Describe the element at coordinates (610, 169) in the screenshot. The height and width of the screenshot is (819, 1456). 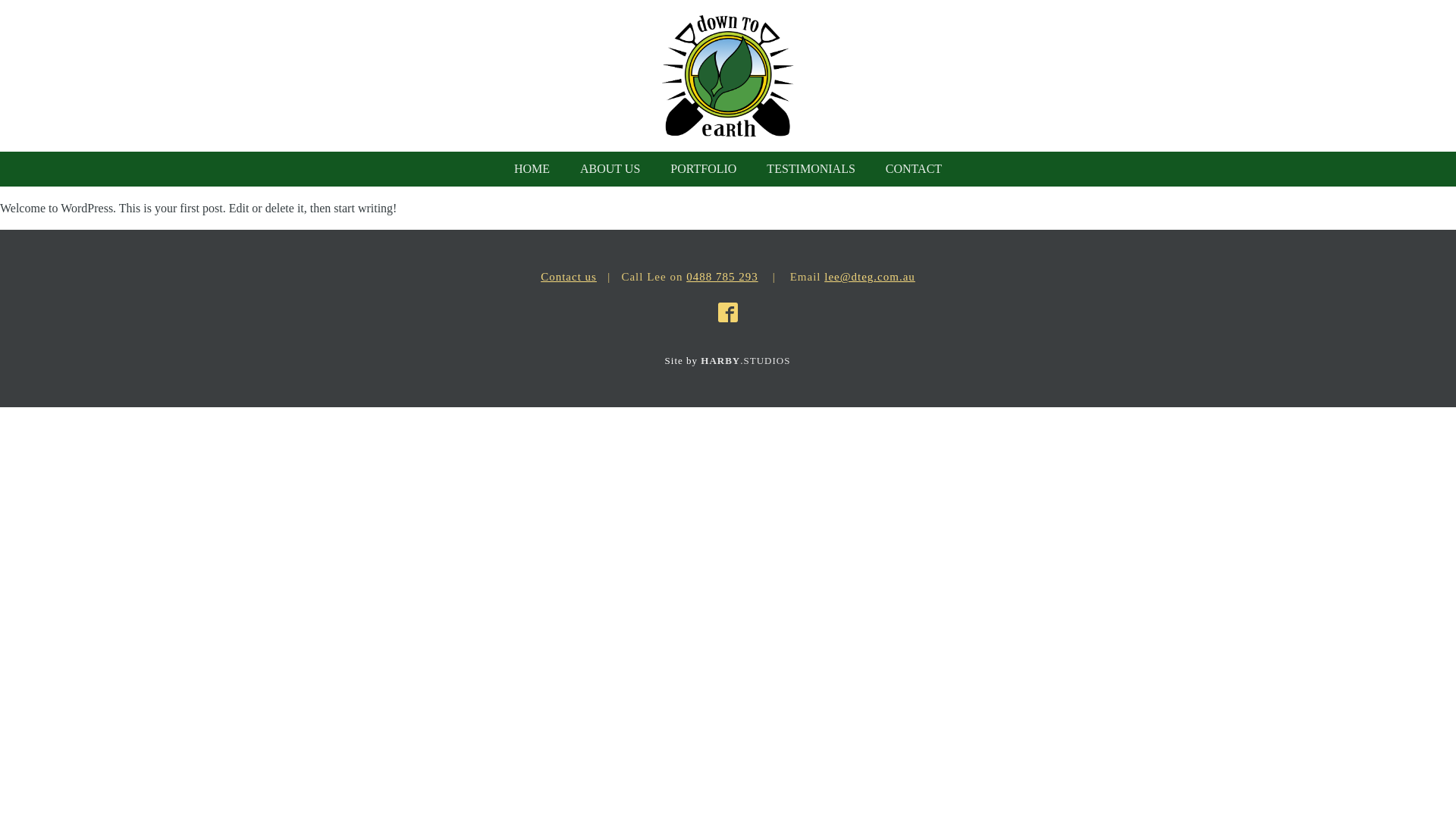
I see `'ABOUT US'` at that location.